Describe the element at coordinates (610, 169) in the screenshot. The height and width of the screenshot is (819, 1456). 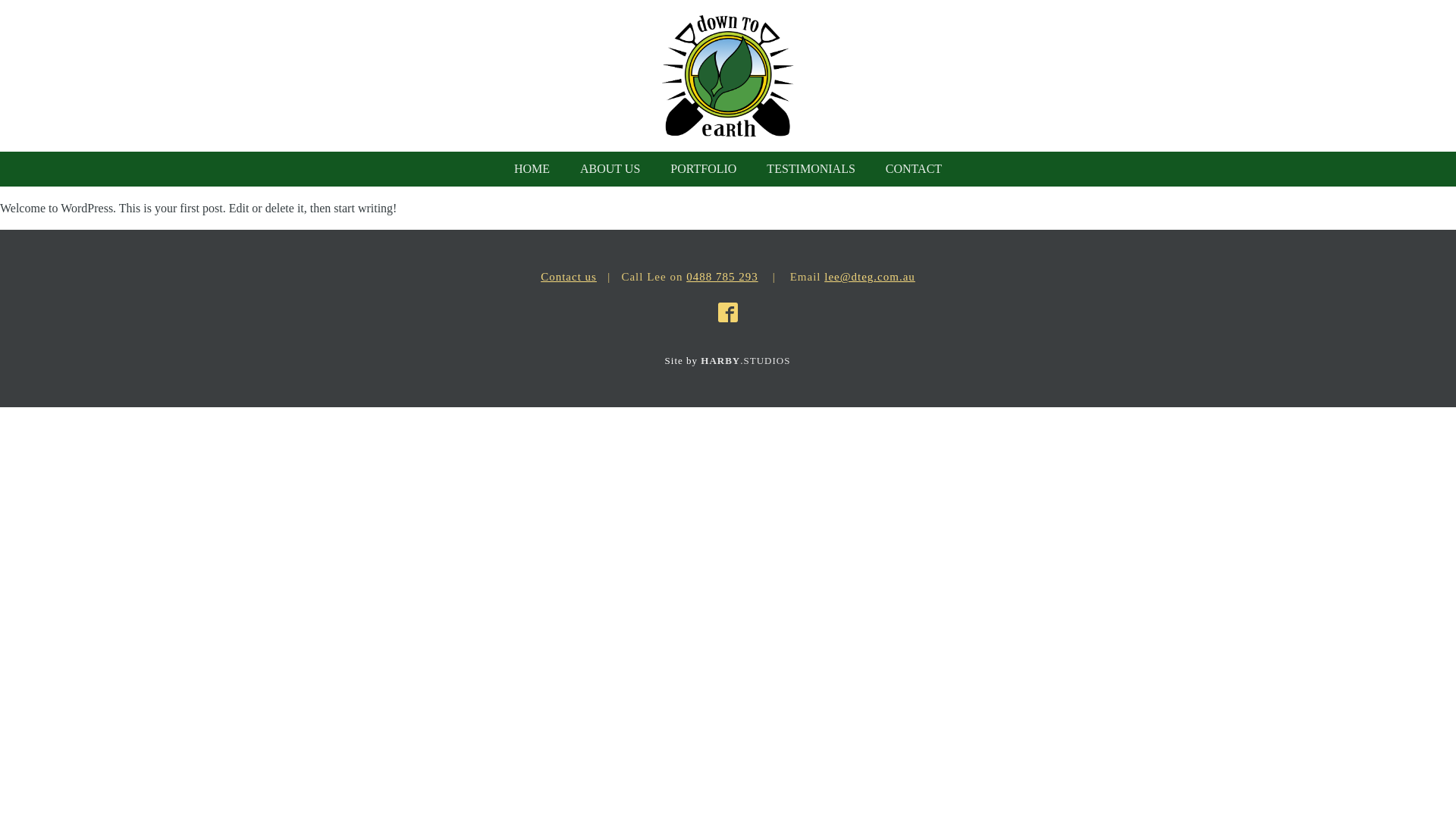
I see `'ABOUT US'` at that location.